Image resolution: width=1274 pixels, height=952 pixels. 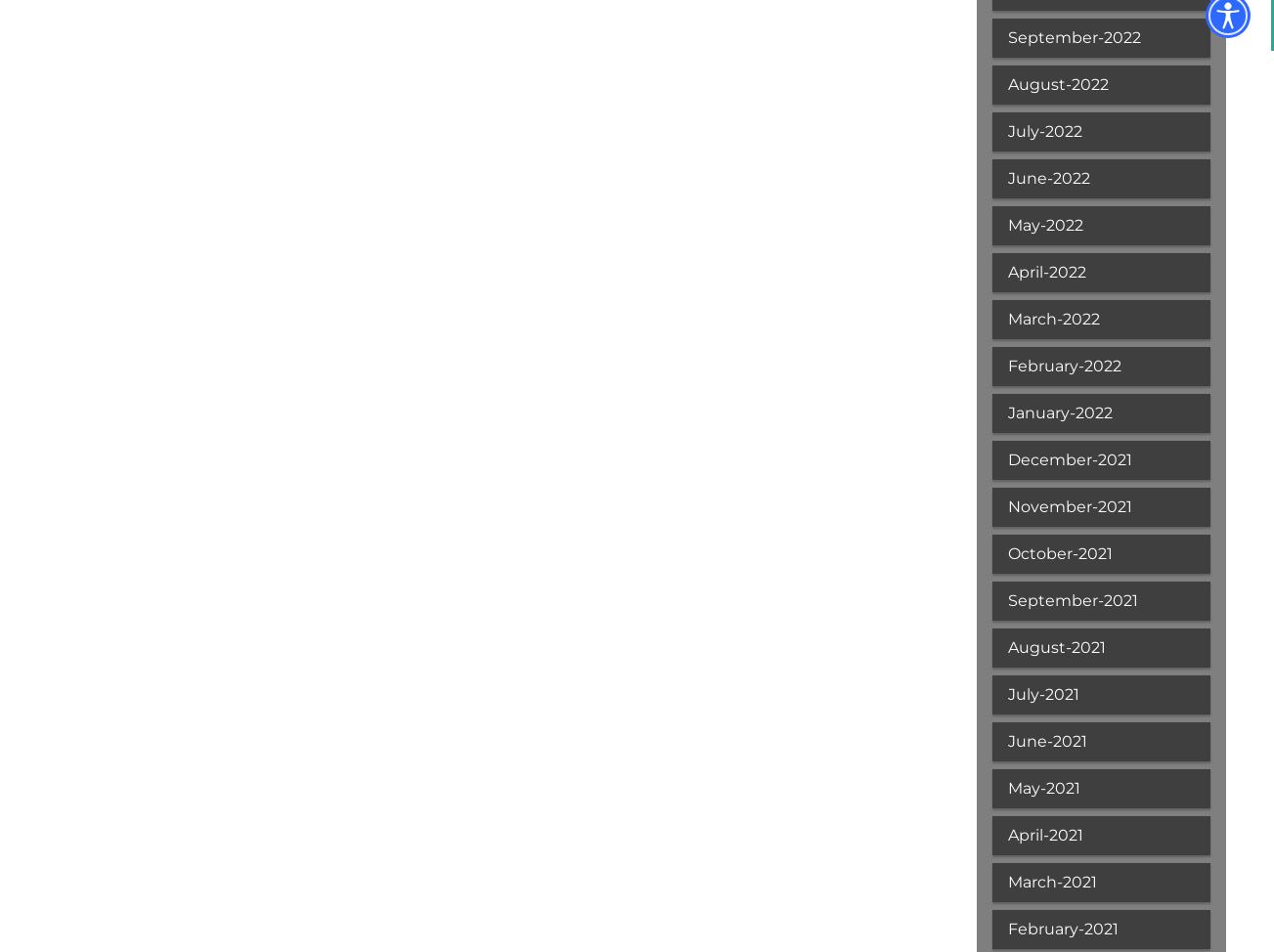 I want to click on 'August-2021', so click(x=1055, y=647).